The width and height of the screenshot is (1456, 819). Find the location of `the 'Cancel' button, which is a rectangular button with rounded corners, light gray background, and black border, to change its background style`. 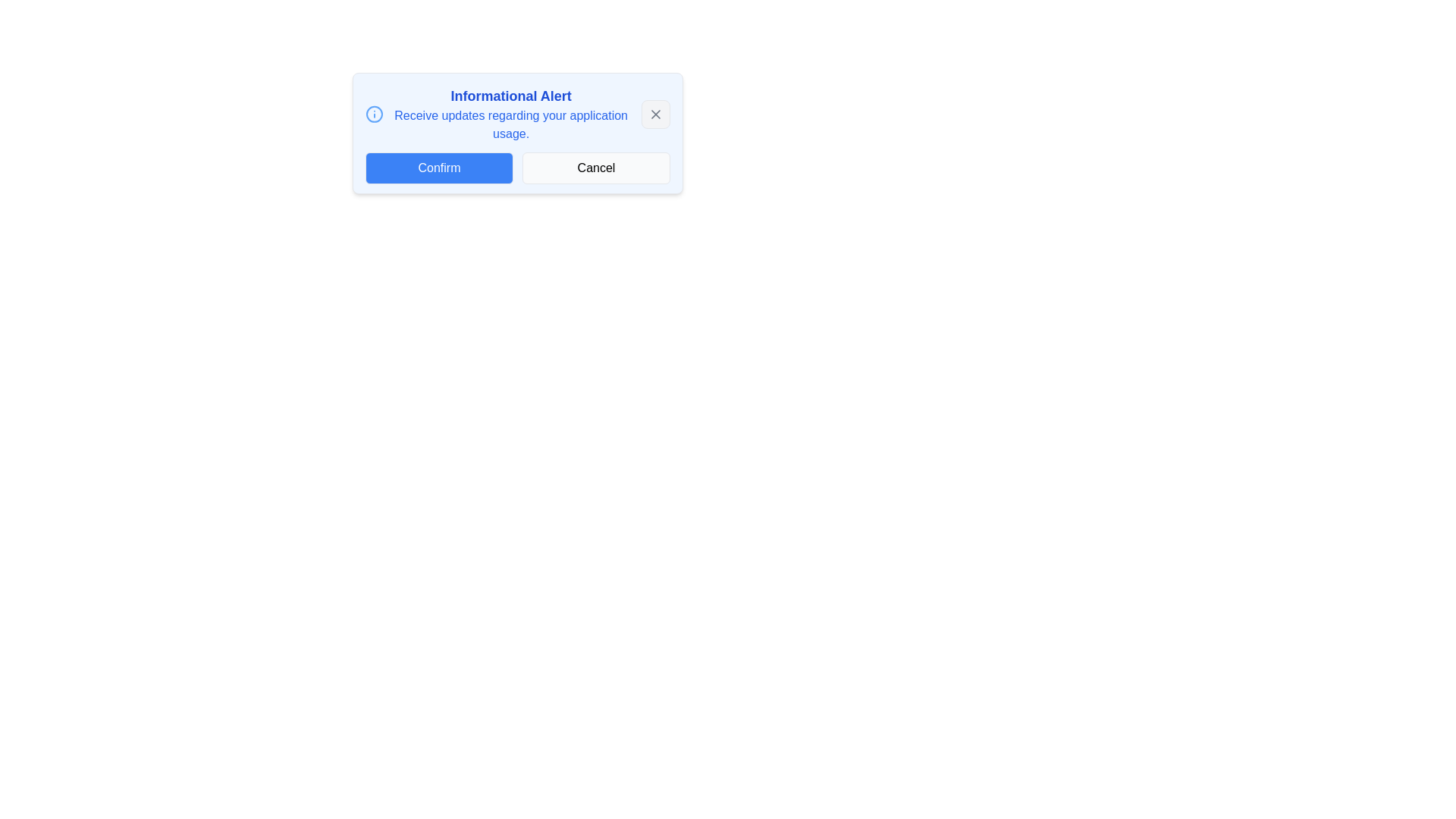

the 'Cancel' button, which is a rectangular button with rounded corners, light gray background, and black border, to change its background style is located at coordinates (595, 168).